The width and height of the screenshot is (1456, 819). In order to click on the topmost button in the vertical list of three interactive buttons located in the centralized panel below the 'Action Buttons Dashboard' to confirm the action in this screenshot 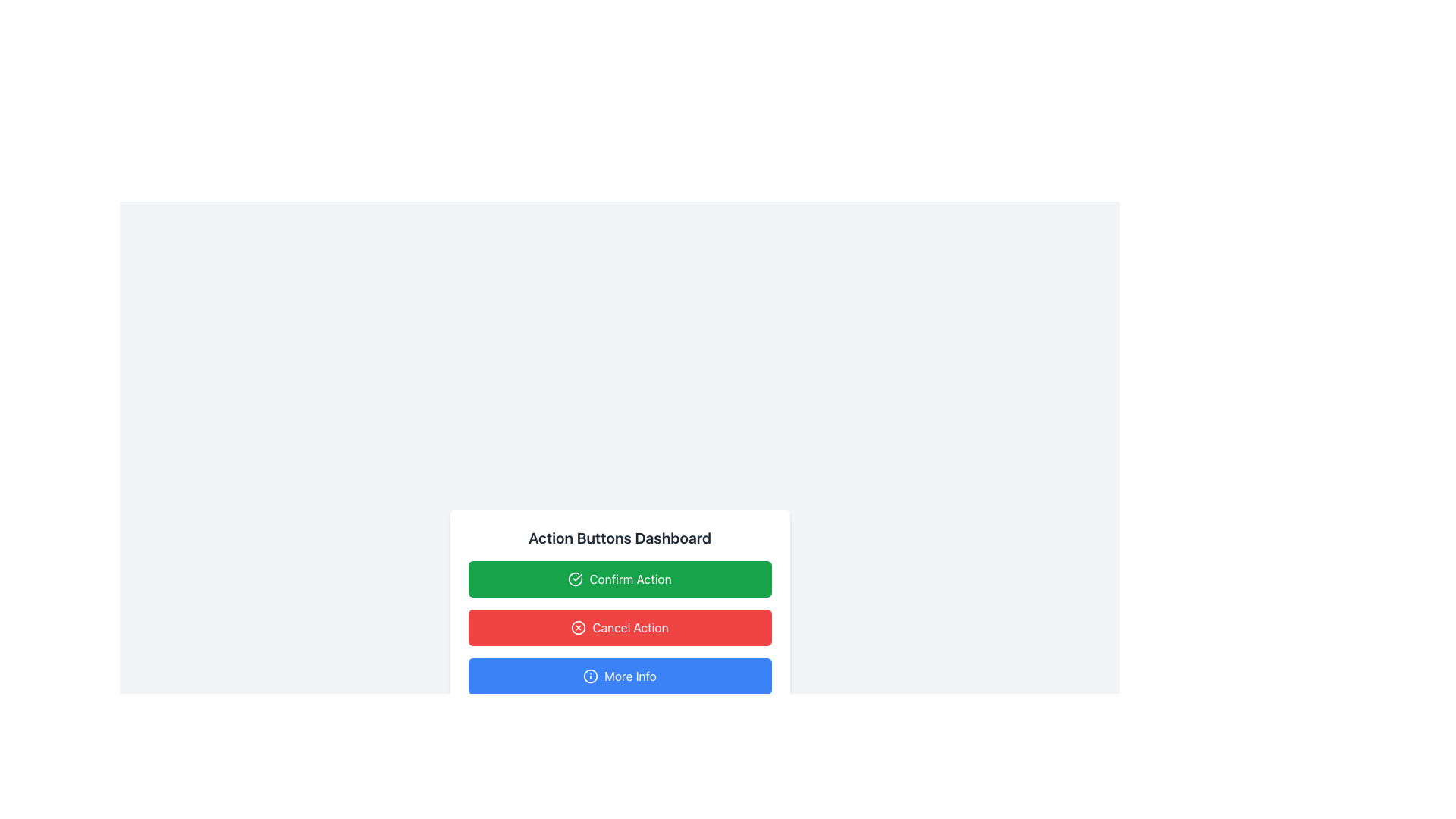, I will do `click(620, 579)`.